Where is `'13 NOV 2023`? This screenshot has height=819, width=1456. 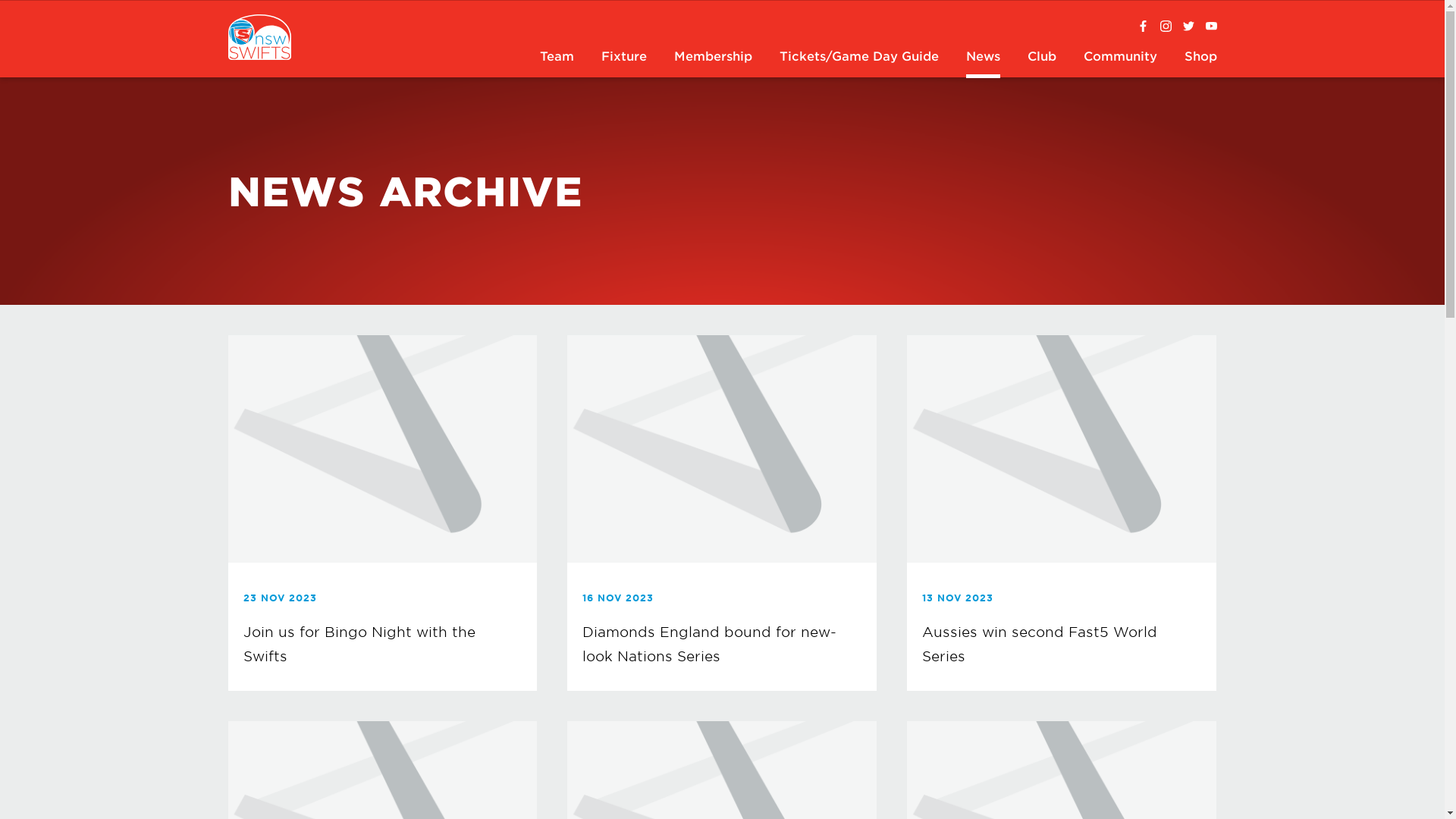
'13 NOV 2023 is located at coordinates (1061, 512).